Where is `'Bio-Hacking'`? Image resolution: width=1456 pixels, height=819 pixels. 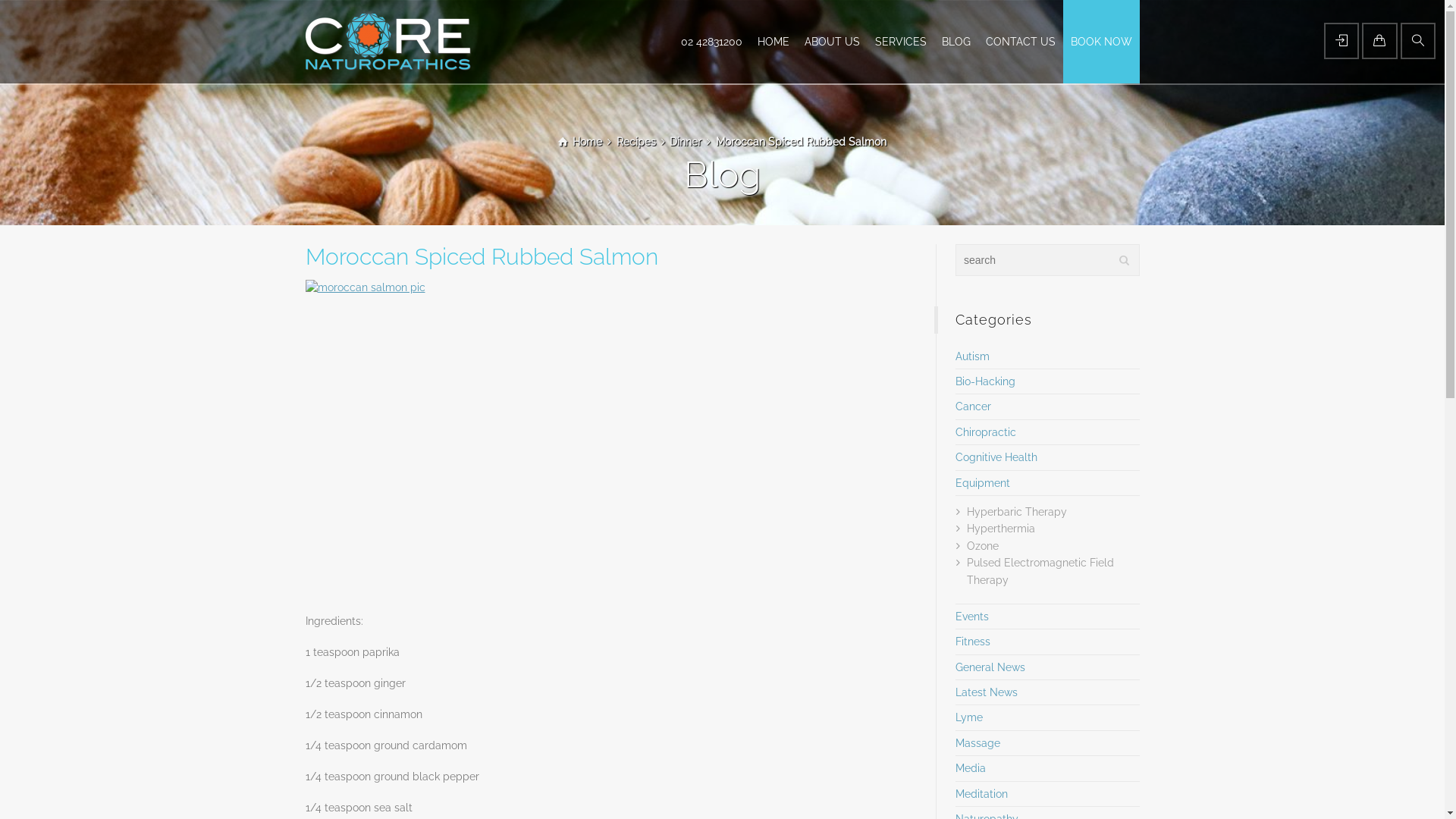
'Bio-Hacking' is located at coordinates (985, 380).